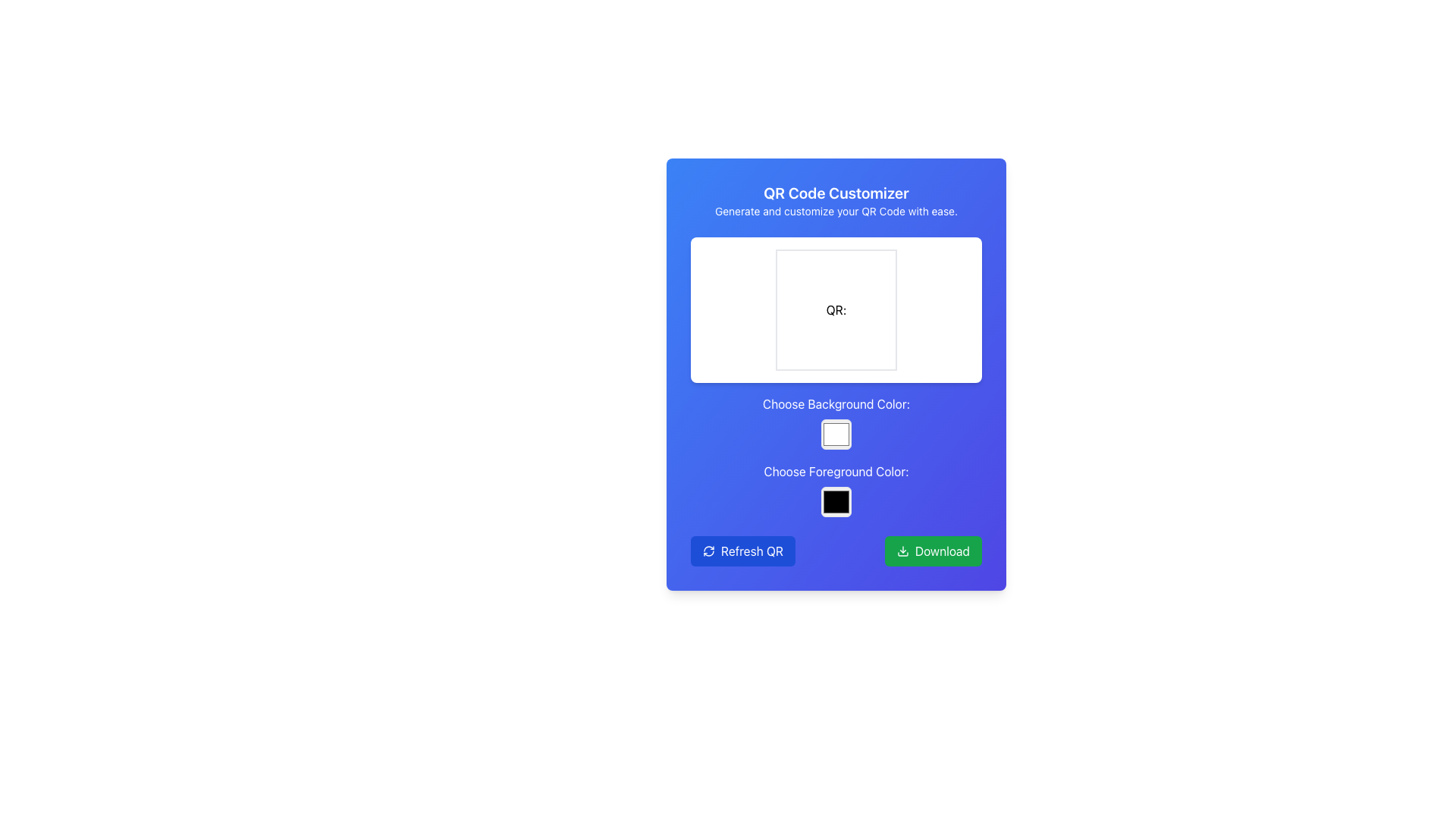 The image size is (1456, 819). Describe the element at coordinates (836, 551) in the screenshot. I see `the Button Group located at the bottom of the interface` at that location.